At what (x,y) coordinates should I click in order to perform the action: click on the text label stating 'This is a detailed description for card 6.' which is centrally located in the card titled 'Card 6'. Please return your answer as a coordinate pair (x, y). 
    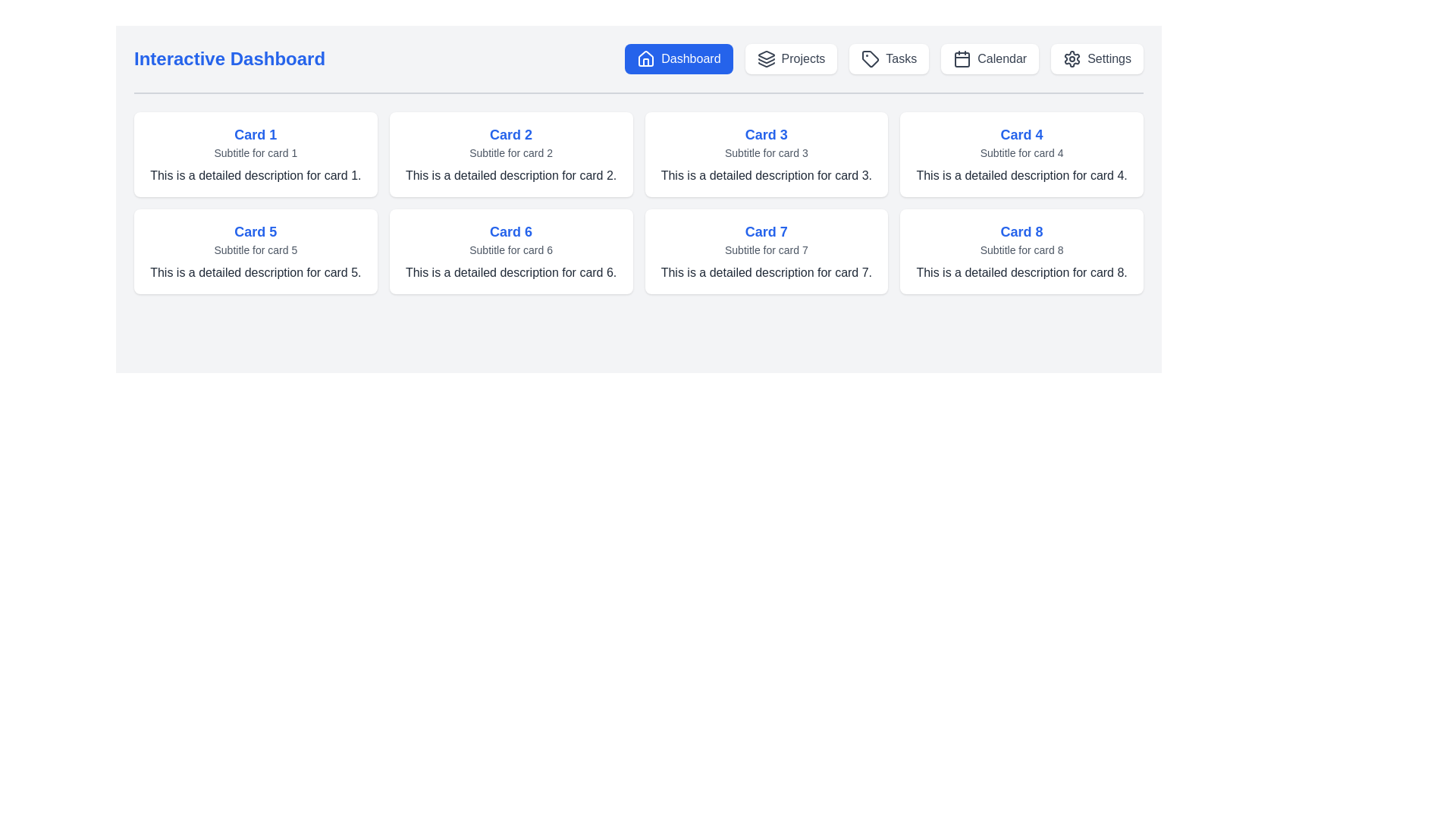
    Looking at the image, I should click on (511, 271).